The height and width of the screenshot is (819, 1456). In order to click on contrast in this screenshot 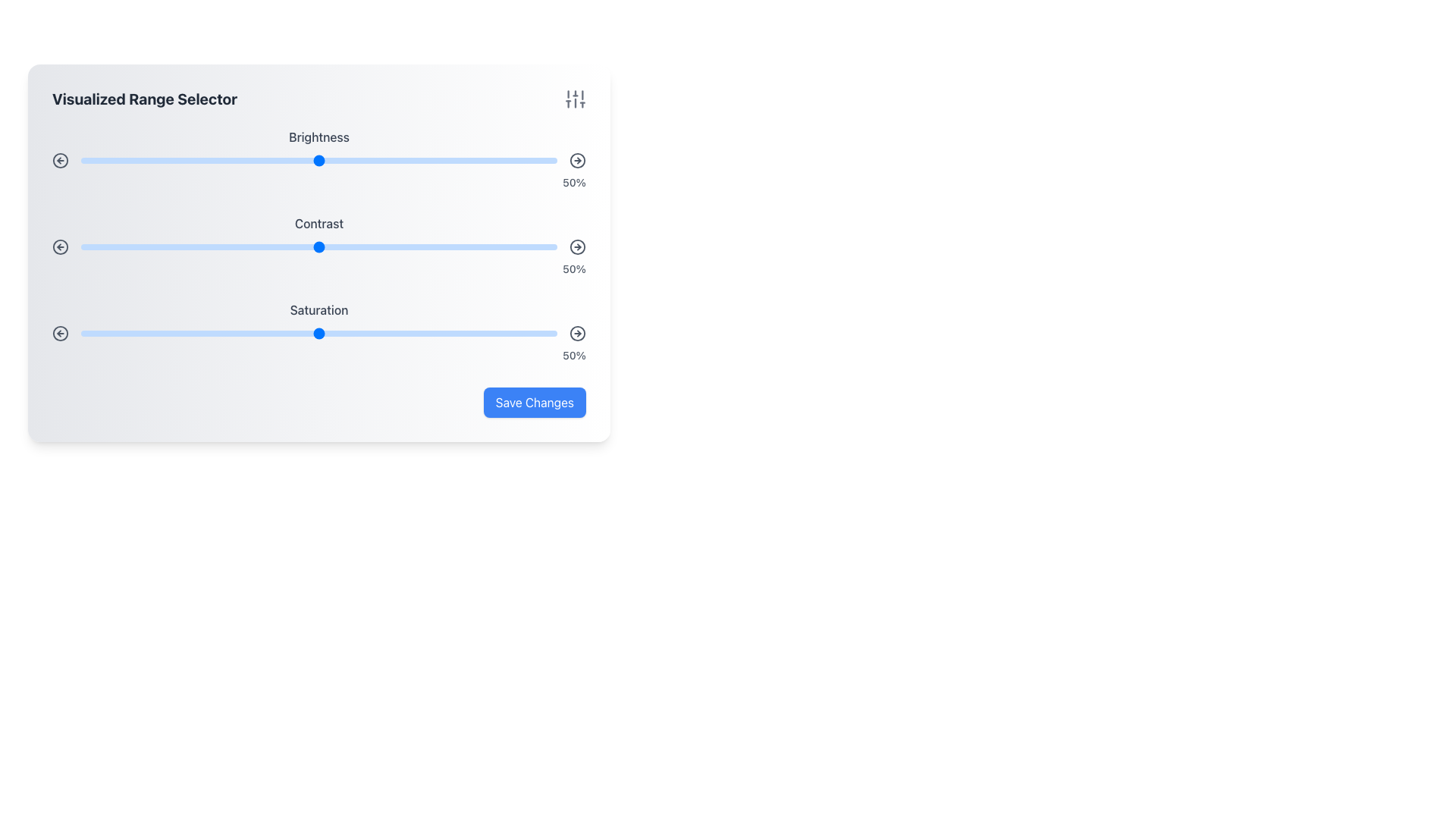, I will do `click(323, 246)`.